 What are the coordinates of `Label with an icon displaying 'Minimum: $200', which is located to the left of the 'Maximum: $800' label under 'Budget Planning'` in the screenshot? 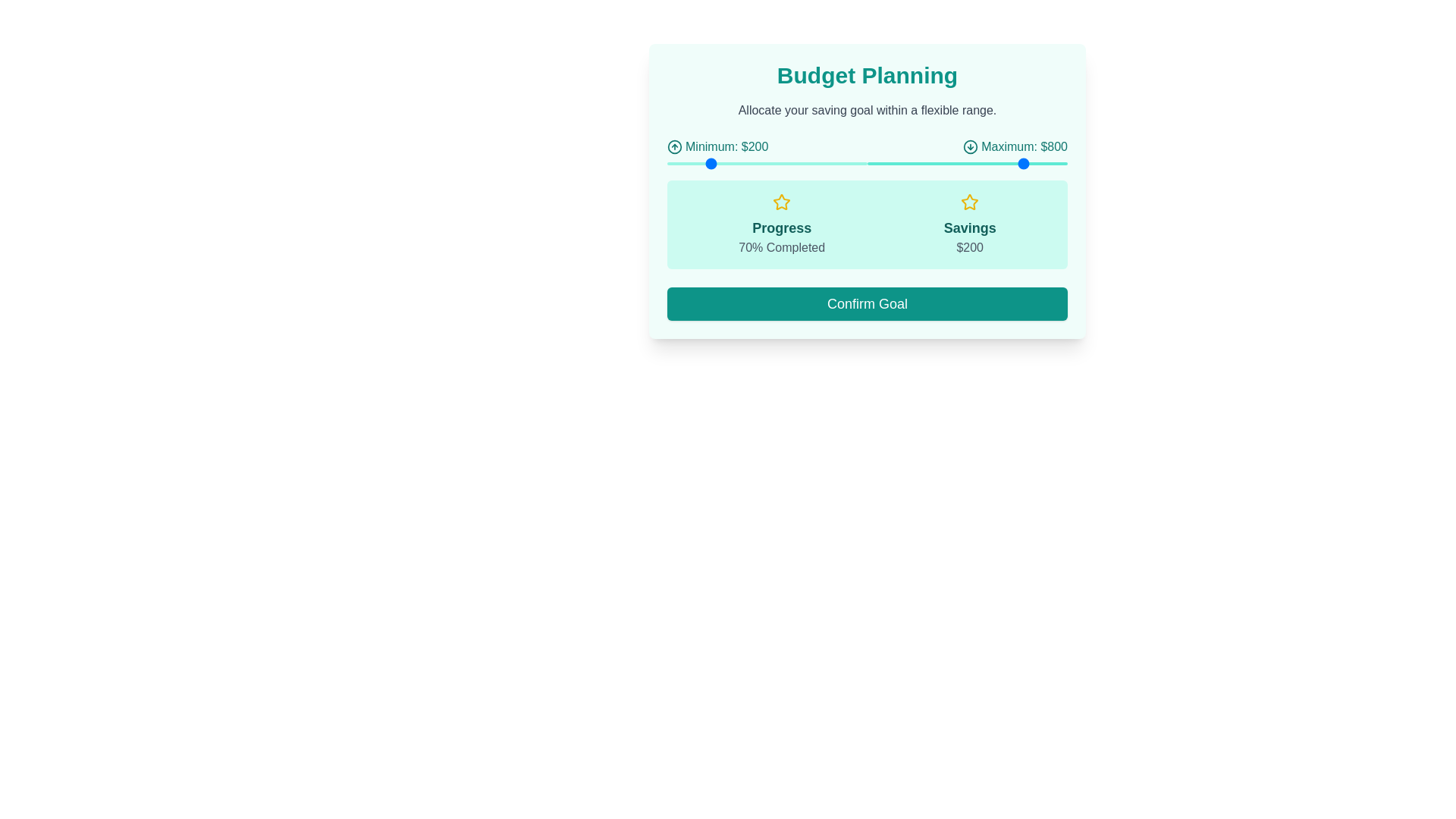 It's located at (717, 146).